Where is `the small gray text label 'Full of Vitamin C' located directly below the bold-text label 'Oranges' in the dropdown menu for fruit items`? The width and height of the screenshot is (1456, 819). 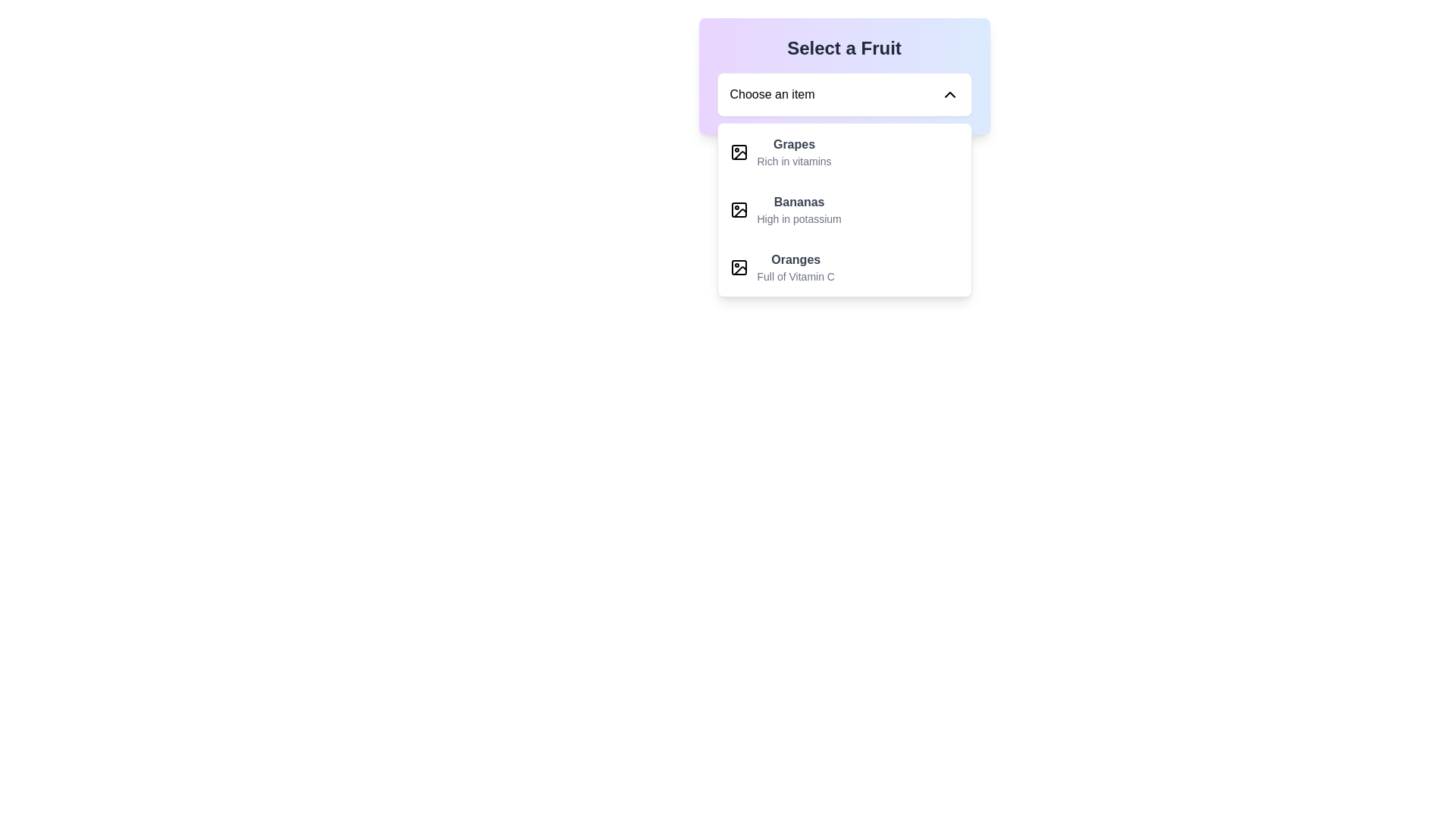
the small gray text label 'Full of Vitamin C' located directly below the bold-text label 'Oranges' in the dropdown menu for fruit items is located at coordinates (795, 277).